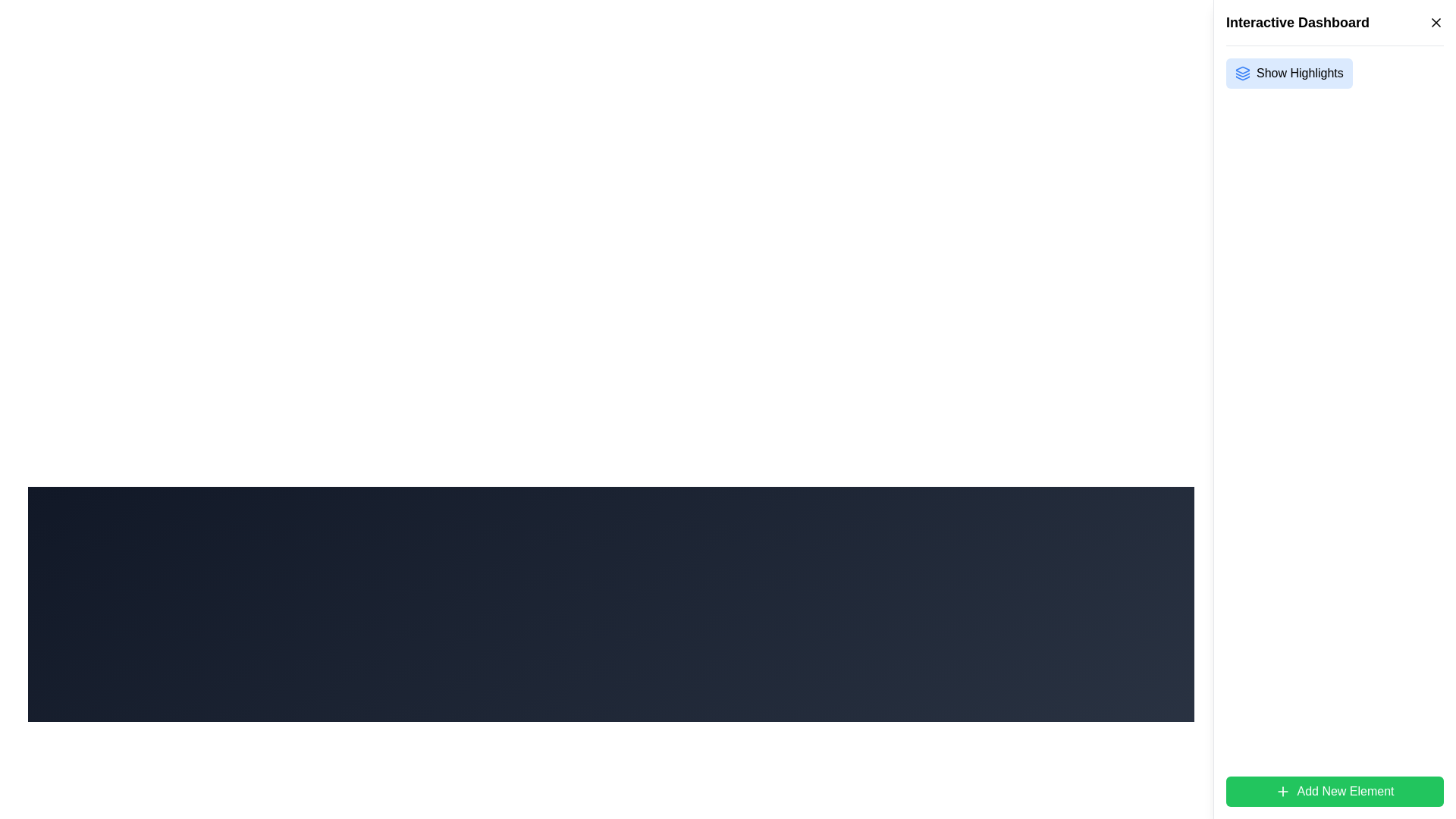 Image resolution: width=1456 pixels, height=819 pixels. Describe the element at coordinates (1335, 73) in the screenshot. I see `the 'Show Highlights' button with a light blue background and rounded corners, located below the 'Interactive Dashboard' header` at that location.